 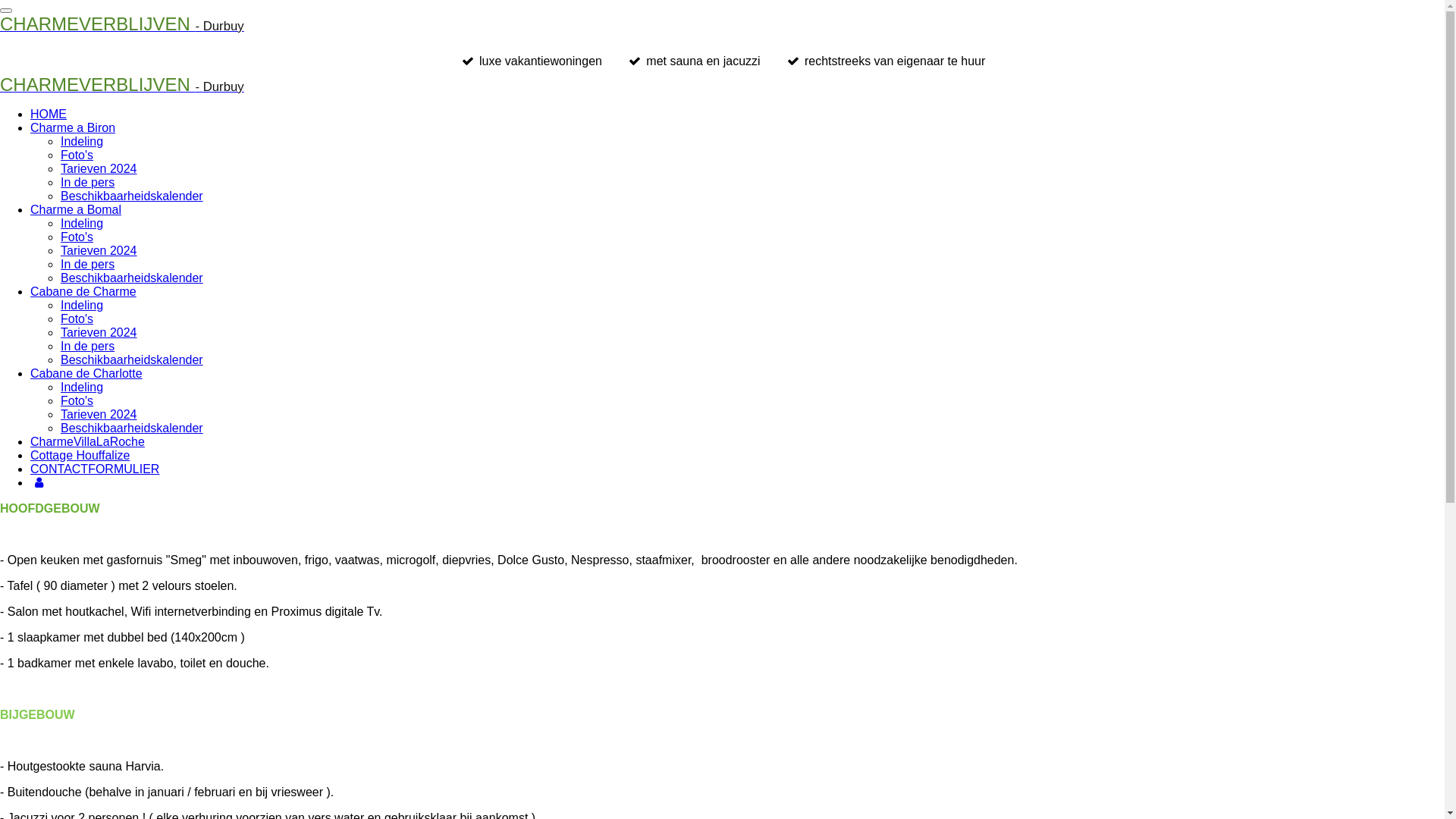 I want to click on 'Foto's', so click(x=76, y=155).